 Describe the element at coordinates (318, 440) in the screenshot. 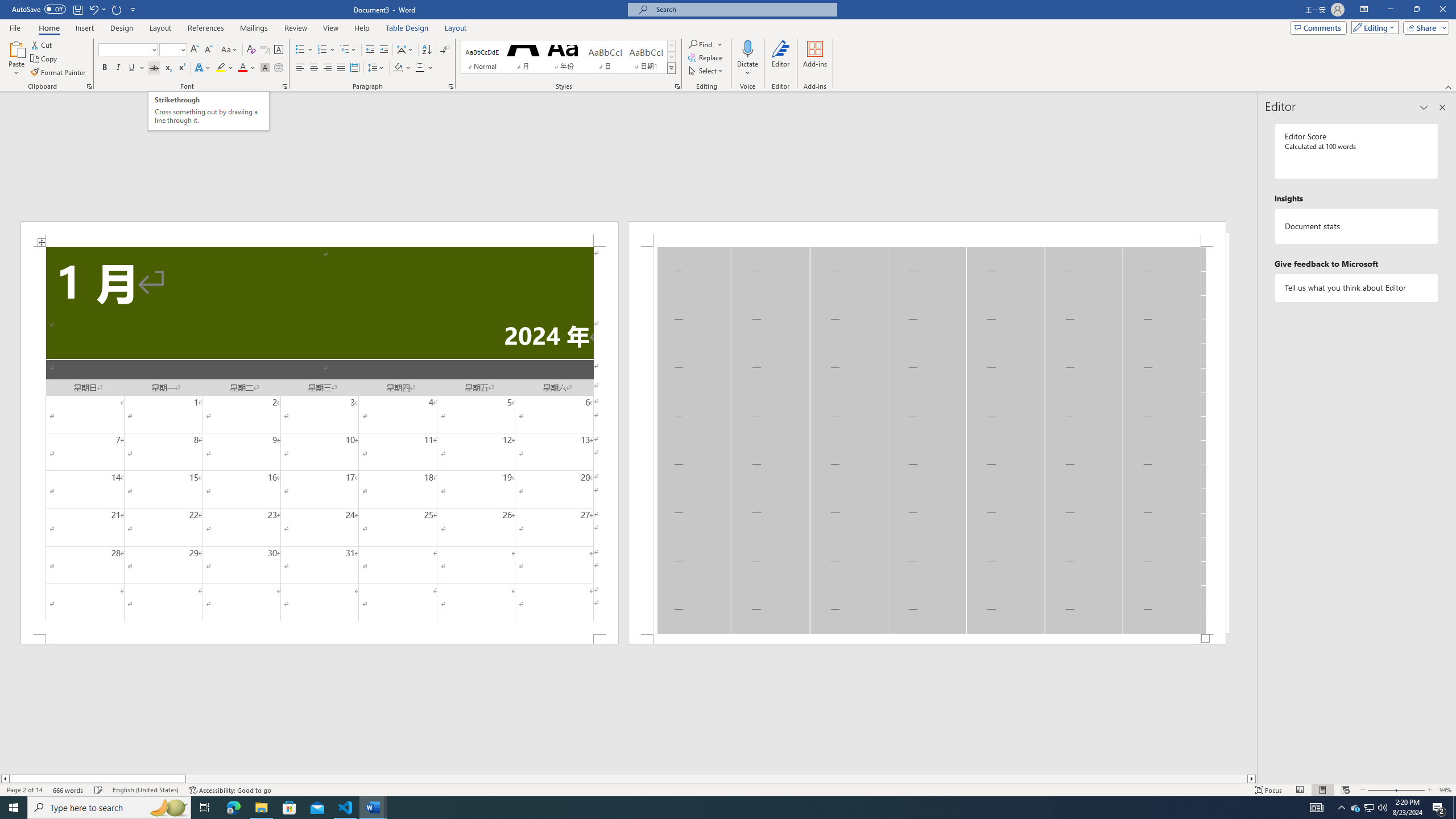

I see `'Page 1 content'` at that location.